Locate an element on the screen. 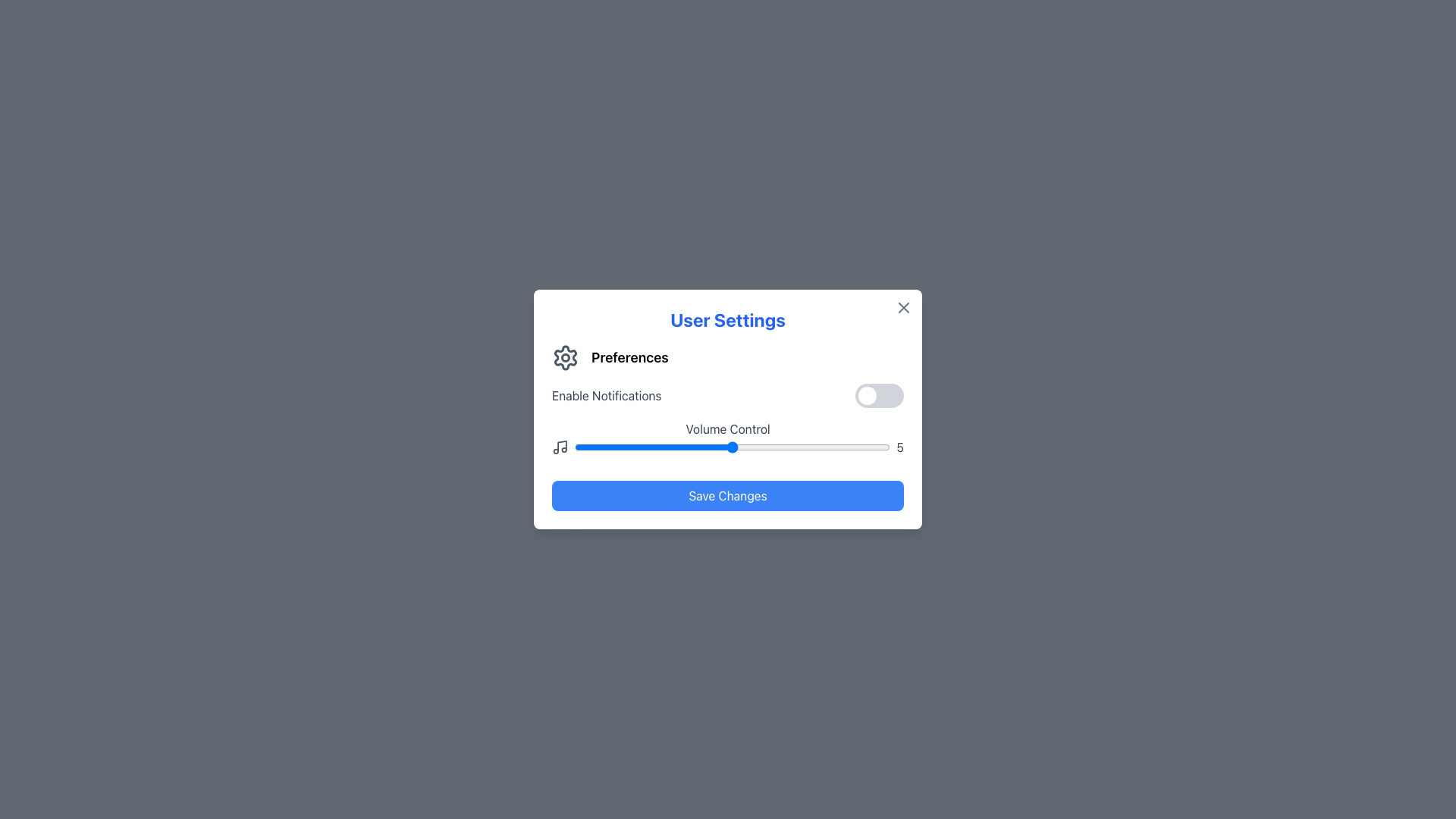 Image resolution: width=1456 pixels, height=819 pixels. the volume is located at coordinates (764, 447).